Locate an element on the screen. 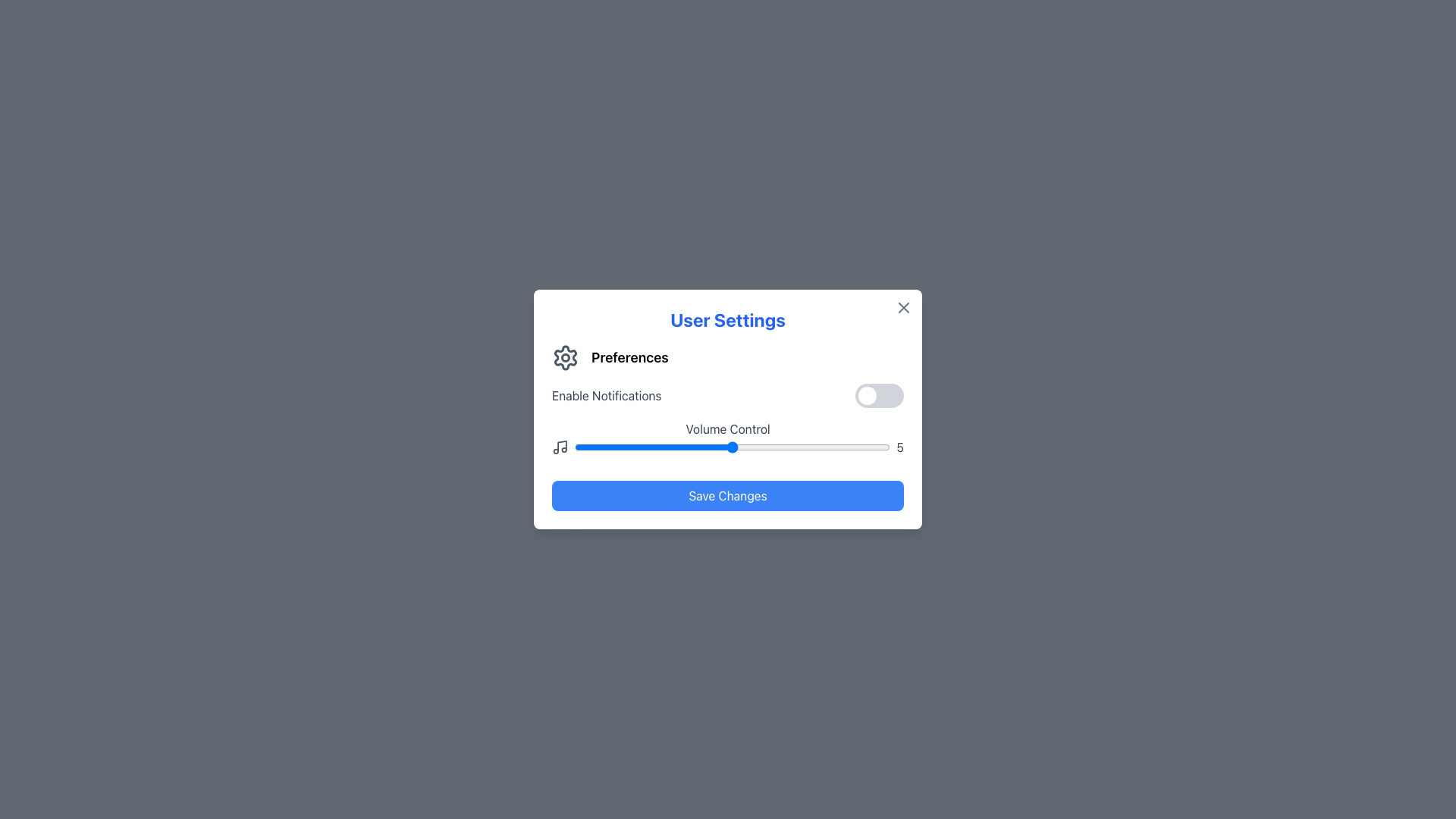 Image resolution: width=1456 pixels, height=819 pixels. the volume is located at coordinates (764, 447).